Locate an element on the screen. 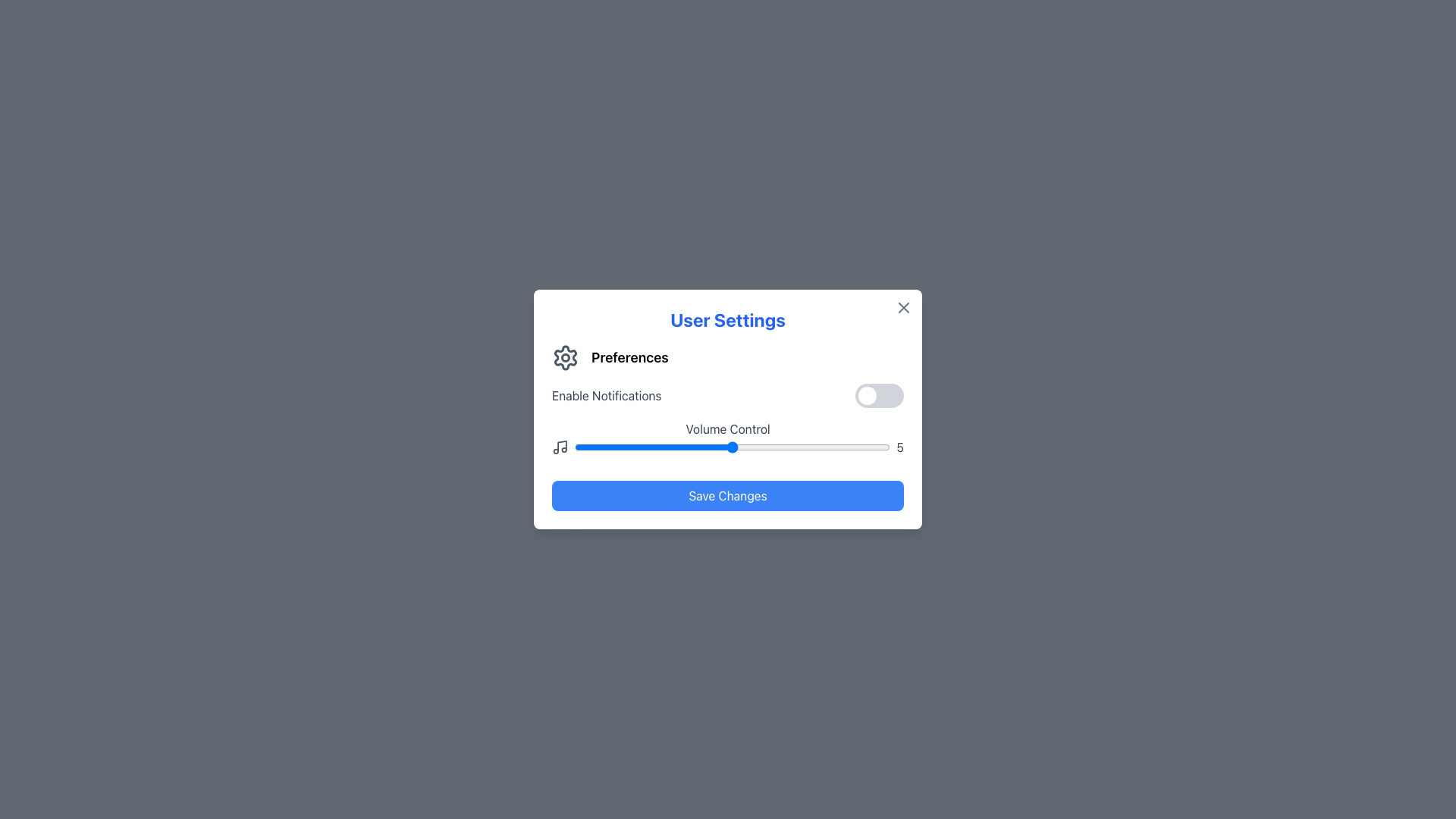 Image resolution: width=1456 pixels, height=819 pixels. the volume is located at coordinates (764, 447).